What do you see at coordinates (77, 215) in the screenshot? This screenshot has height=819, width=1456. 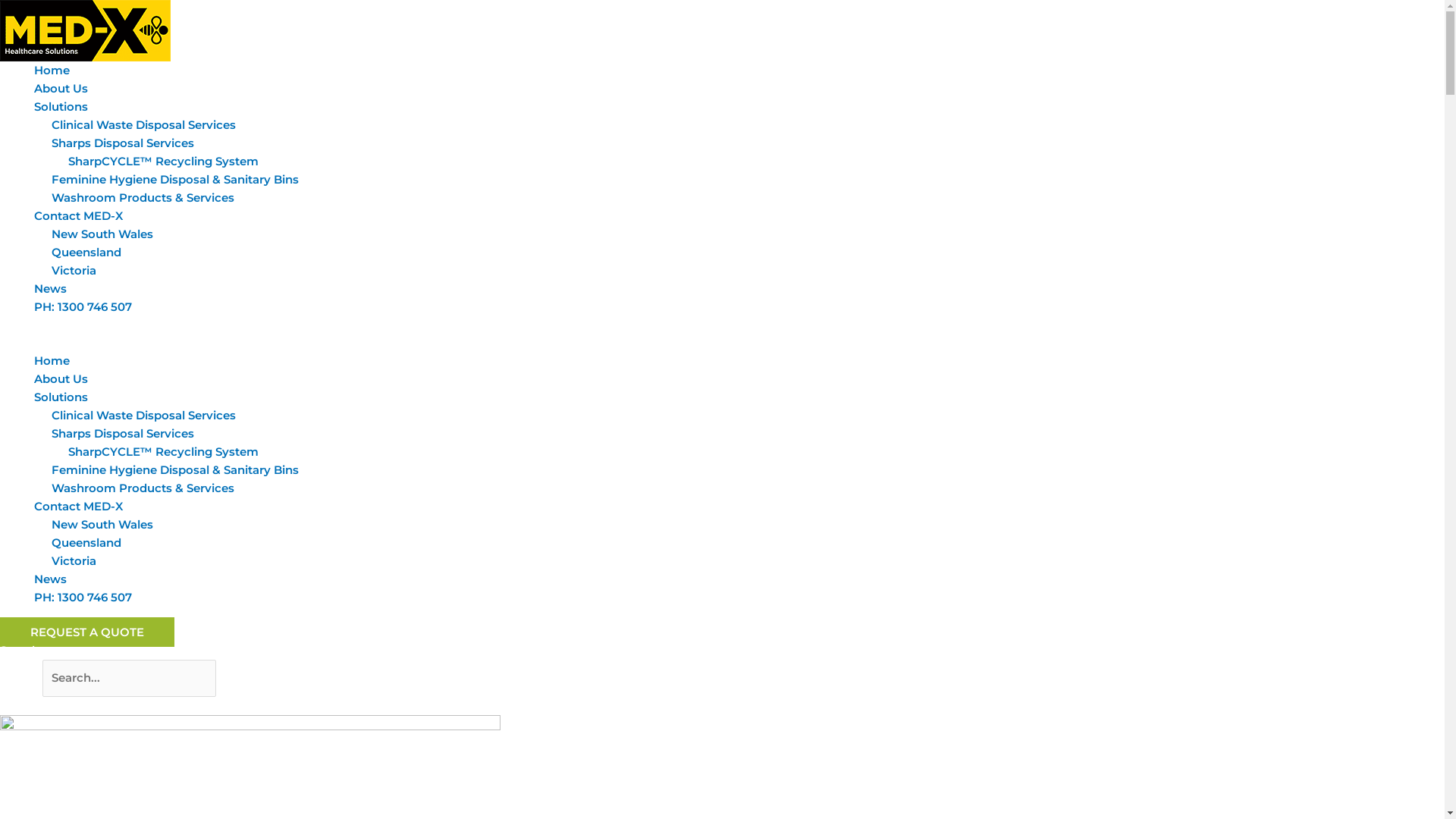 I see `'Contact MED-X'` at bounding box center [77, 215].